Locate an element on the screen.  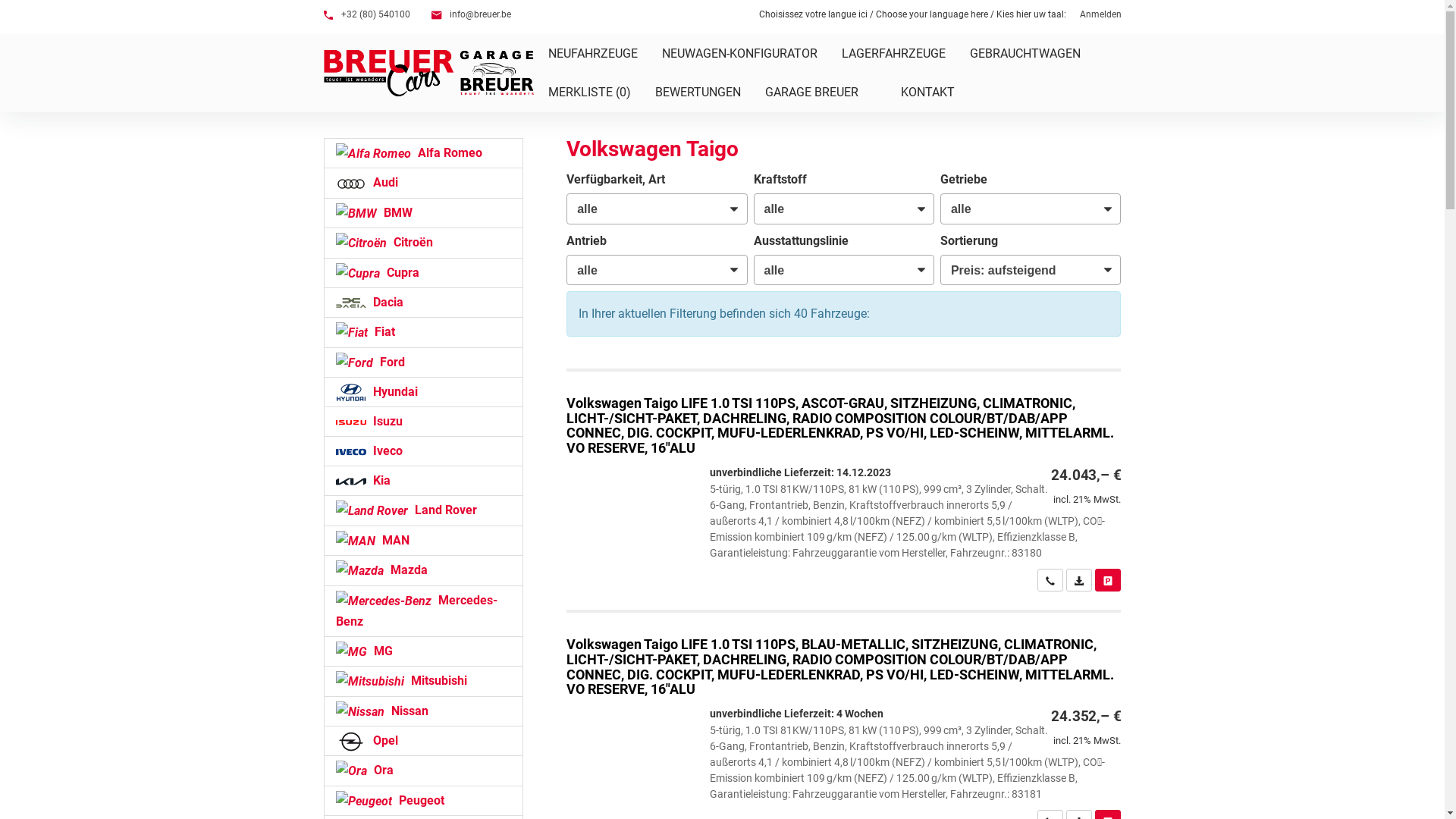
'Mercedes-Benz' is located at coordinates (422, 610).